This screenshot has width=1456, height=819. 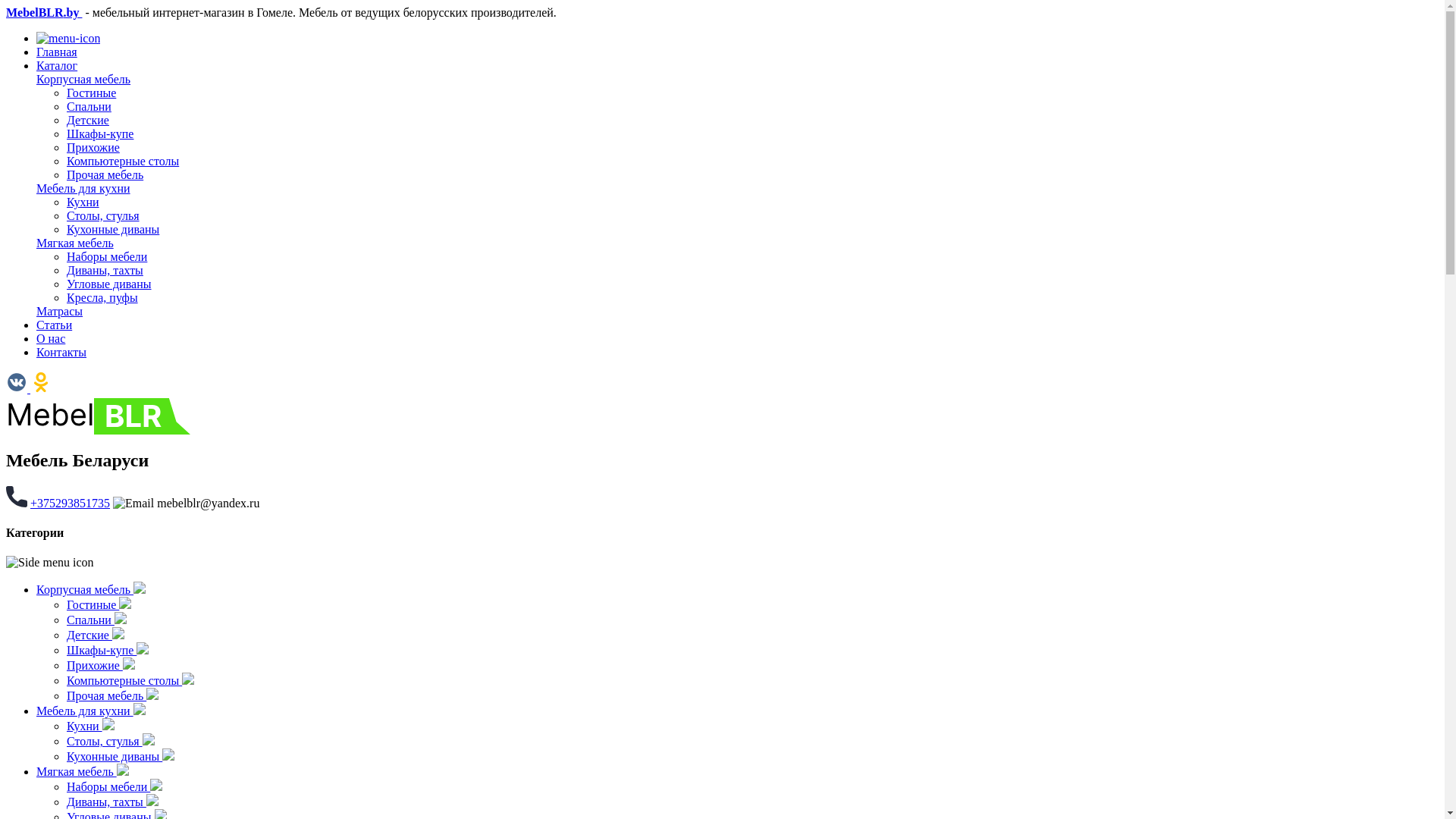 I want to click on 'MebelBLR.by', so click(x=43, y=12).